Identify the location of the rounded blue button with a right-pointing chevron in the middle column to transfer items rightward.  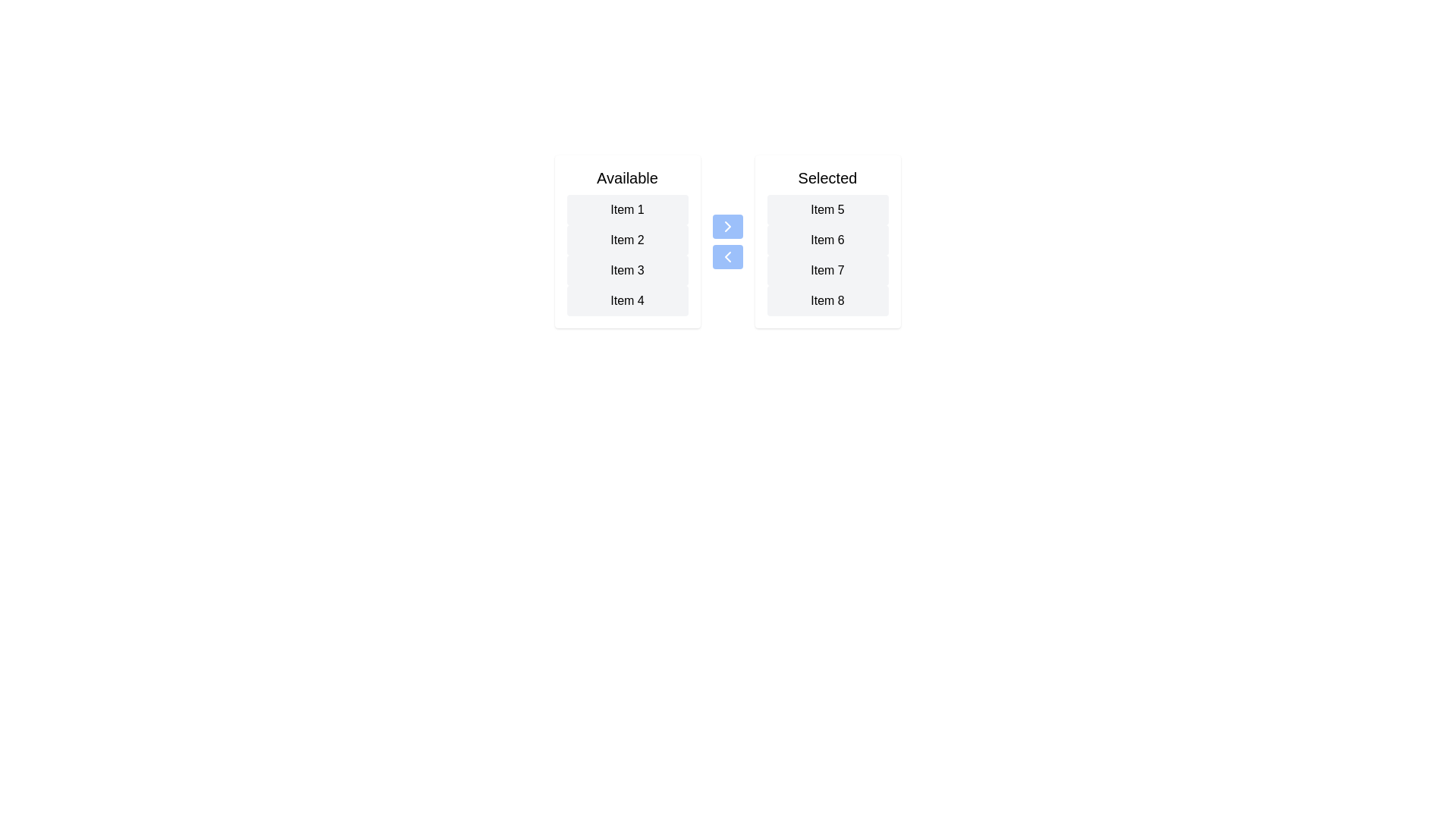
(726, 227).